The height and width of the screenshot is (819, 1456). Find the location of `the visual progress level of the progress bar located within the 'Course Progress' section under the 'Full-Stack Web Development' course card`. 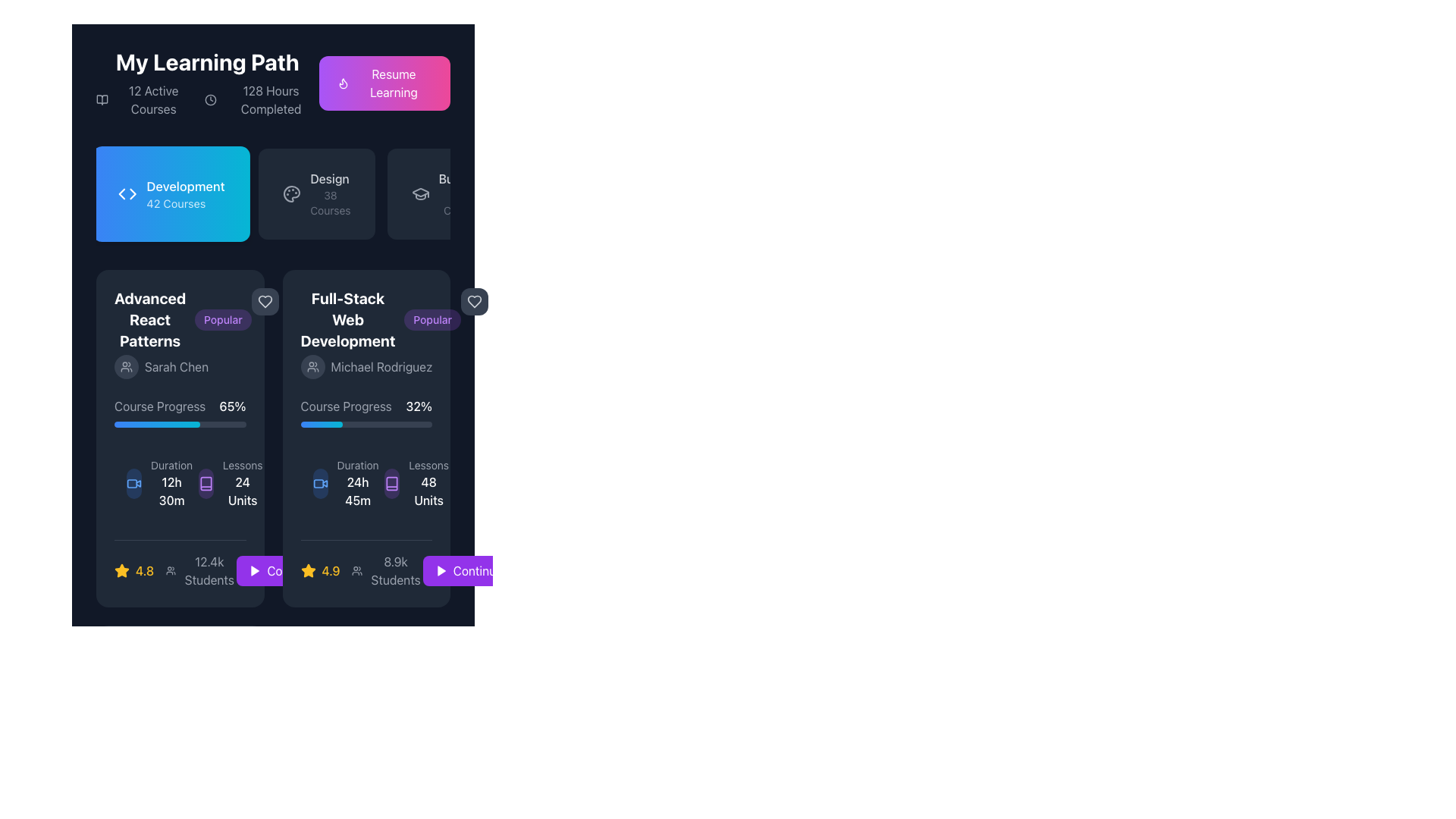

the visual progress level of the progress bar located within the 'Course Progress' section under the 'Full-Stack Web Development' course card is located at coordinates (157, 424).